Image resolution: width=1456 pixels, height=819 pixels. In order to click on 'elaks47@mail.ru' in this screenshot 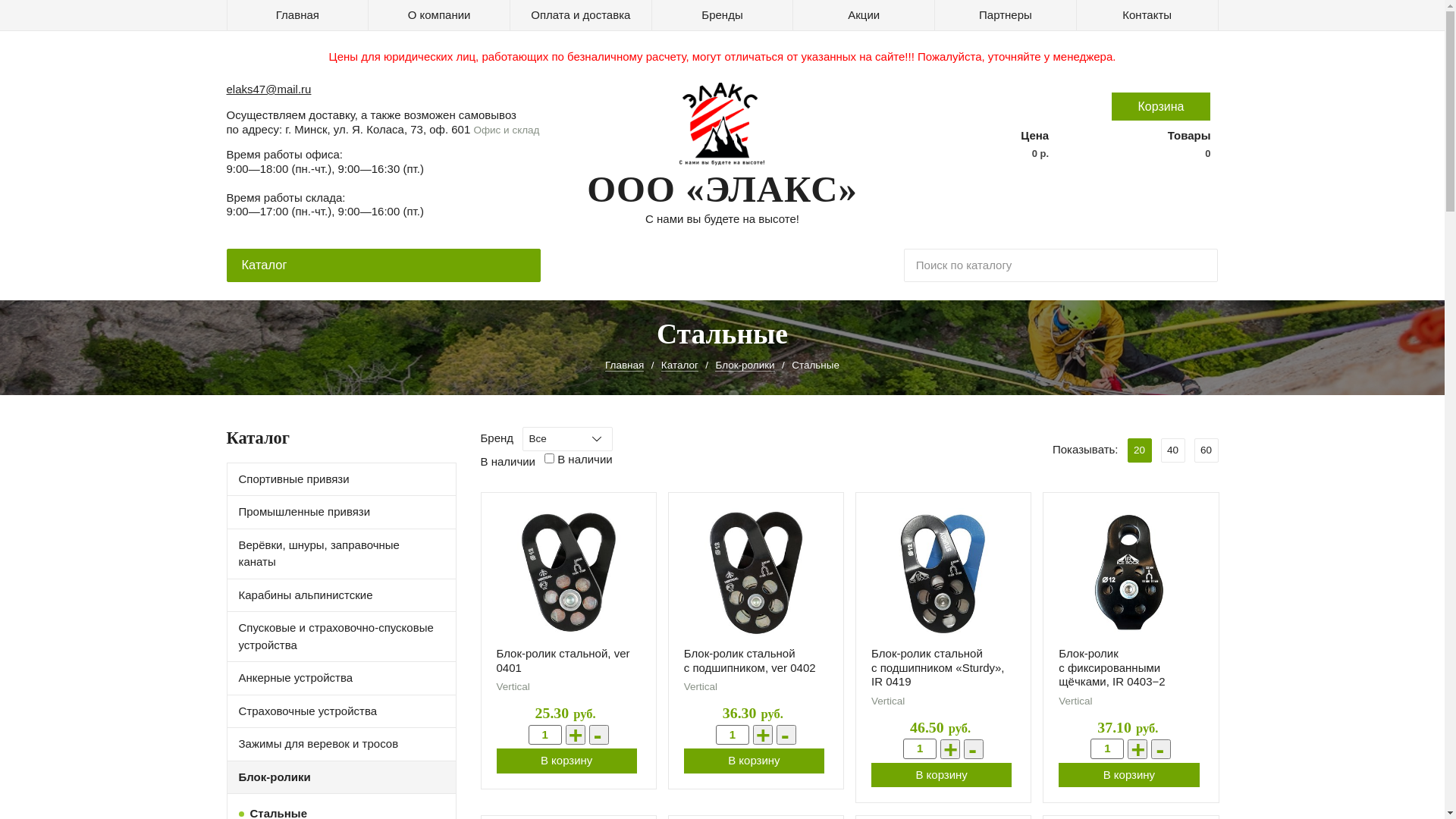, I will do `click(268, 89)`.